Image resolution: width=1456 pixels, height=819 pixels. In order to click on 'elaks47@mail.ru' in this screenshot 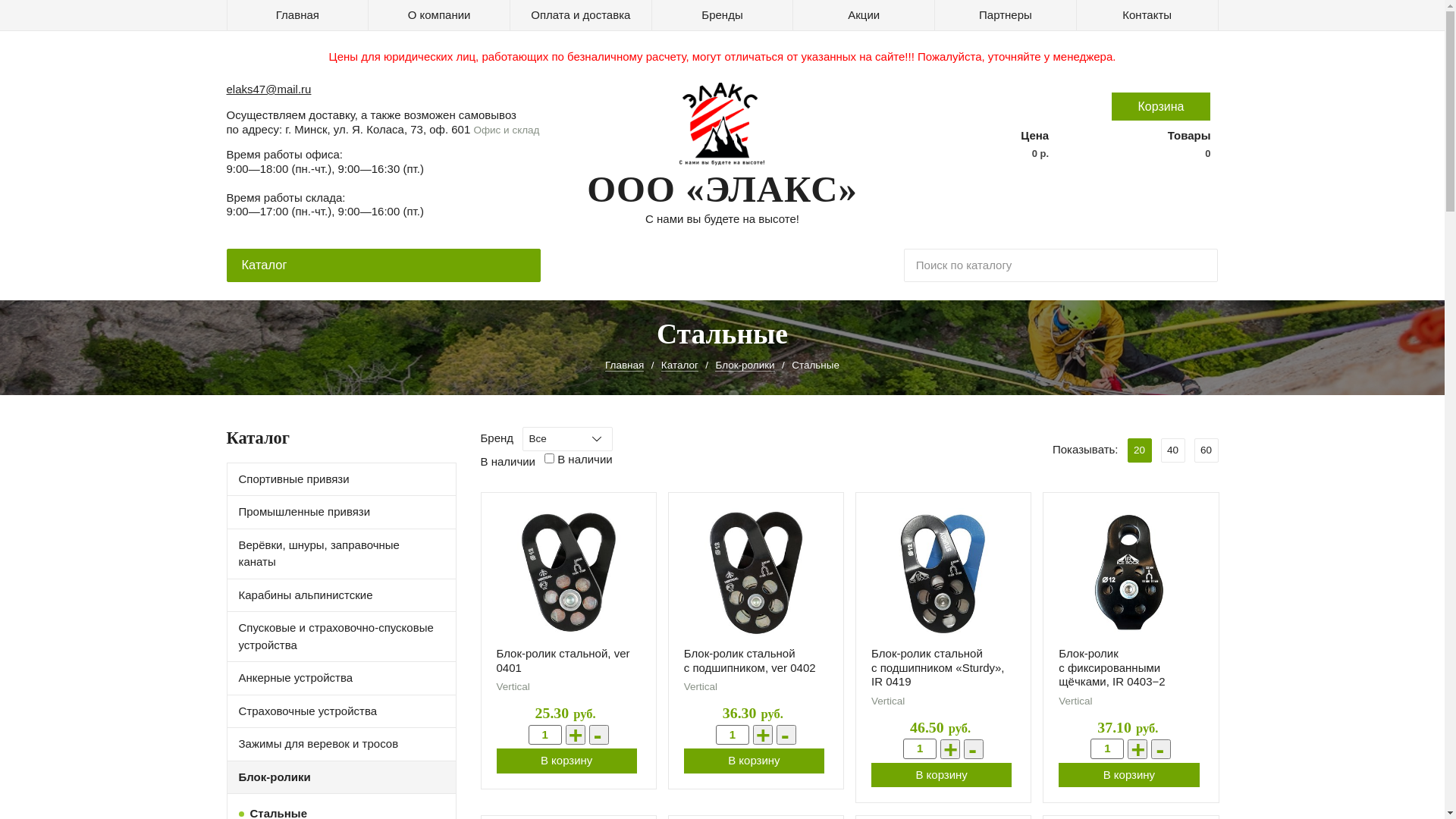, I will do `click(268, 89)`.